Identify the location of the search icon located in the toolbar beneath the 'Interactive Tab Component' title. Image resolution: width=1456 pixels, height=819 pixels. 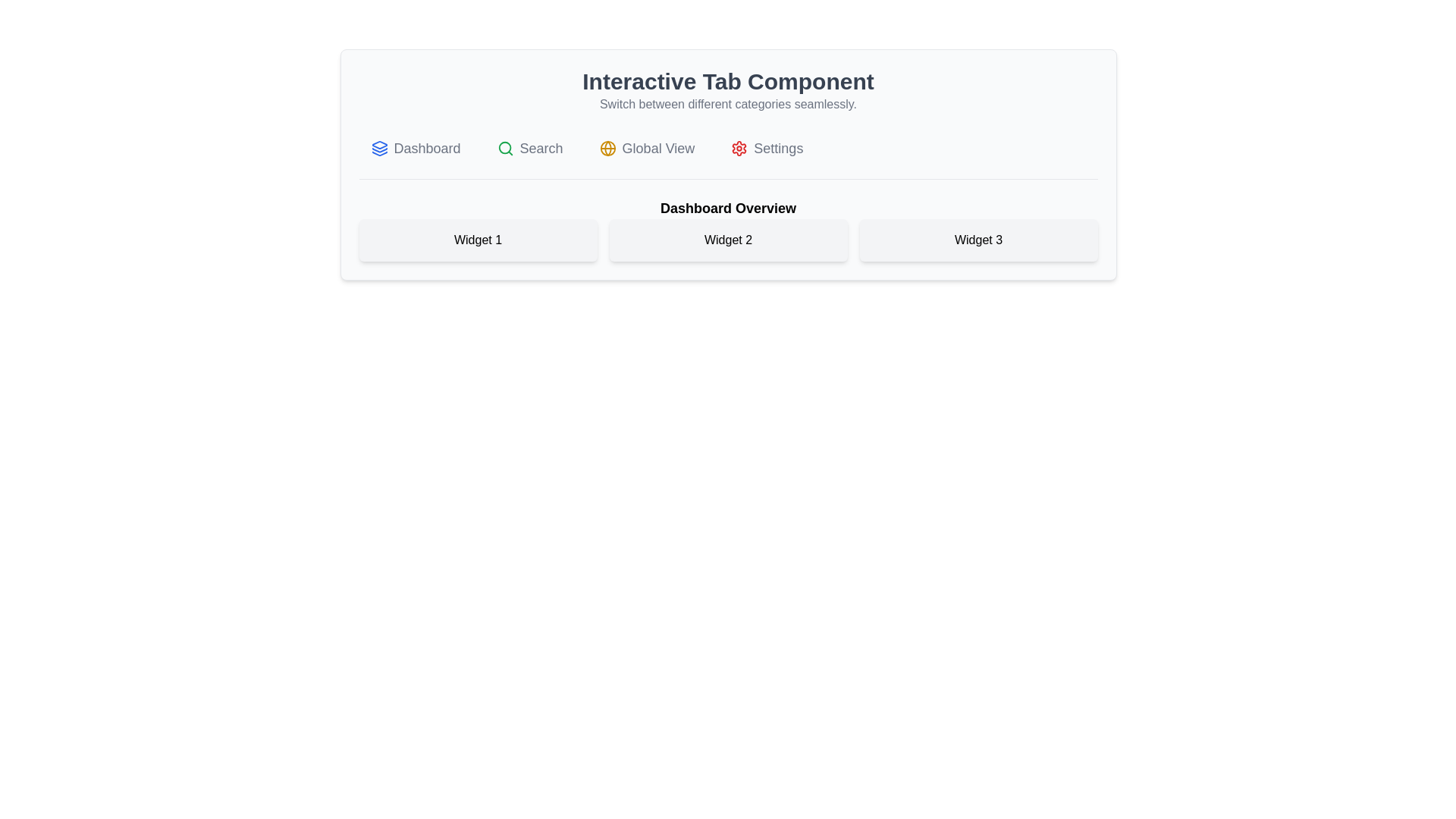
(505, 149).